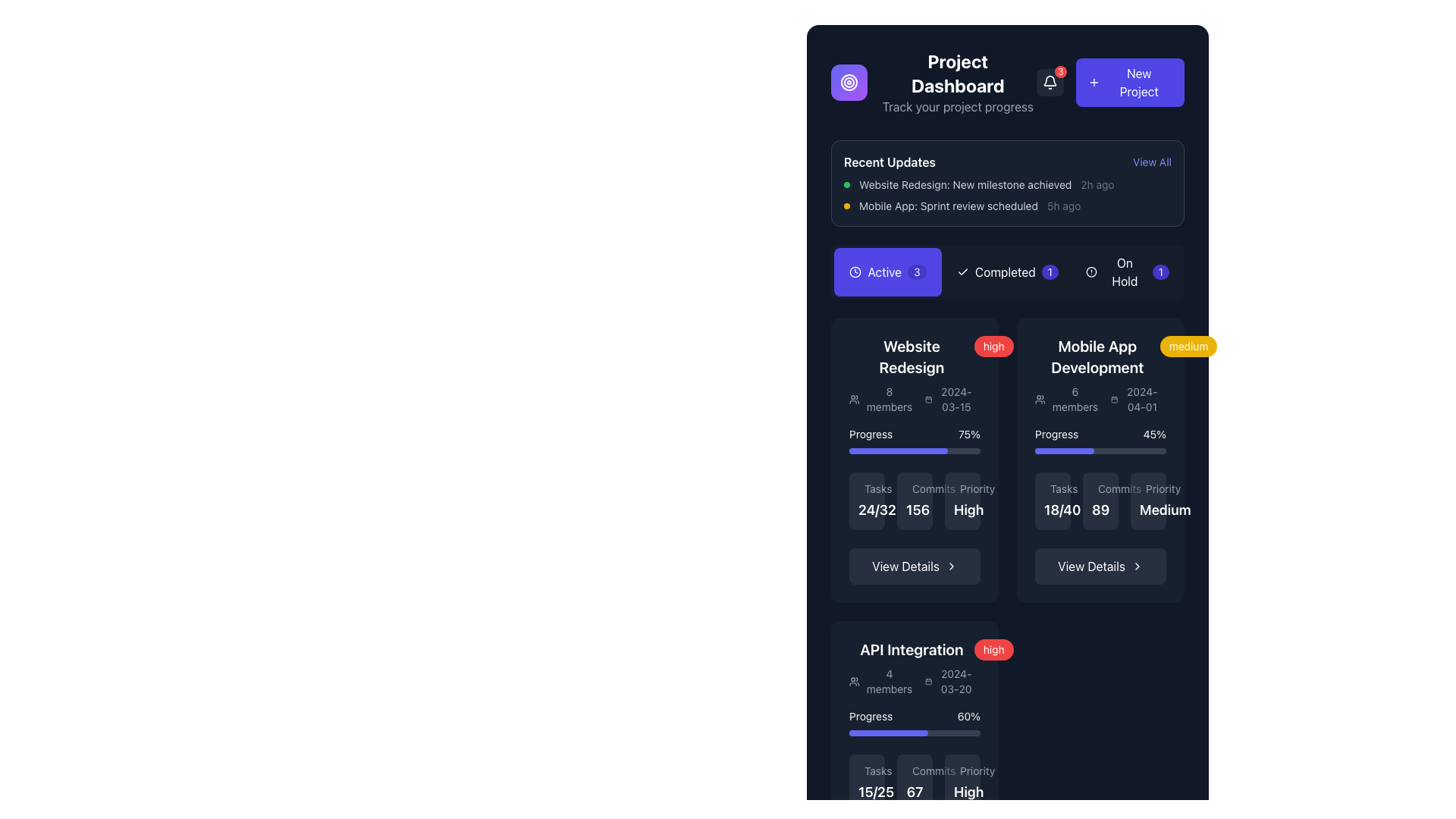 This screenshot has height=819, width=1456. What do you see at coordinates (1052, 488) in the screenshot?
I see `the 'Tasks' label, which features small gray text and a checkmark icon, positioned at the top left of the 'Mobile App Development' section of the dashboard` at bounding box center [1052, 488].